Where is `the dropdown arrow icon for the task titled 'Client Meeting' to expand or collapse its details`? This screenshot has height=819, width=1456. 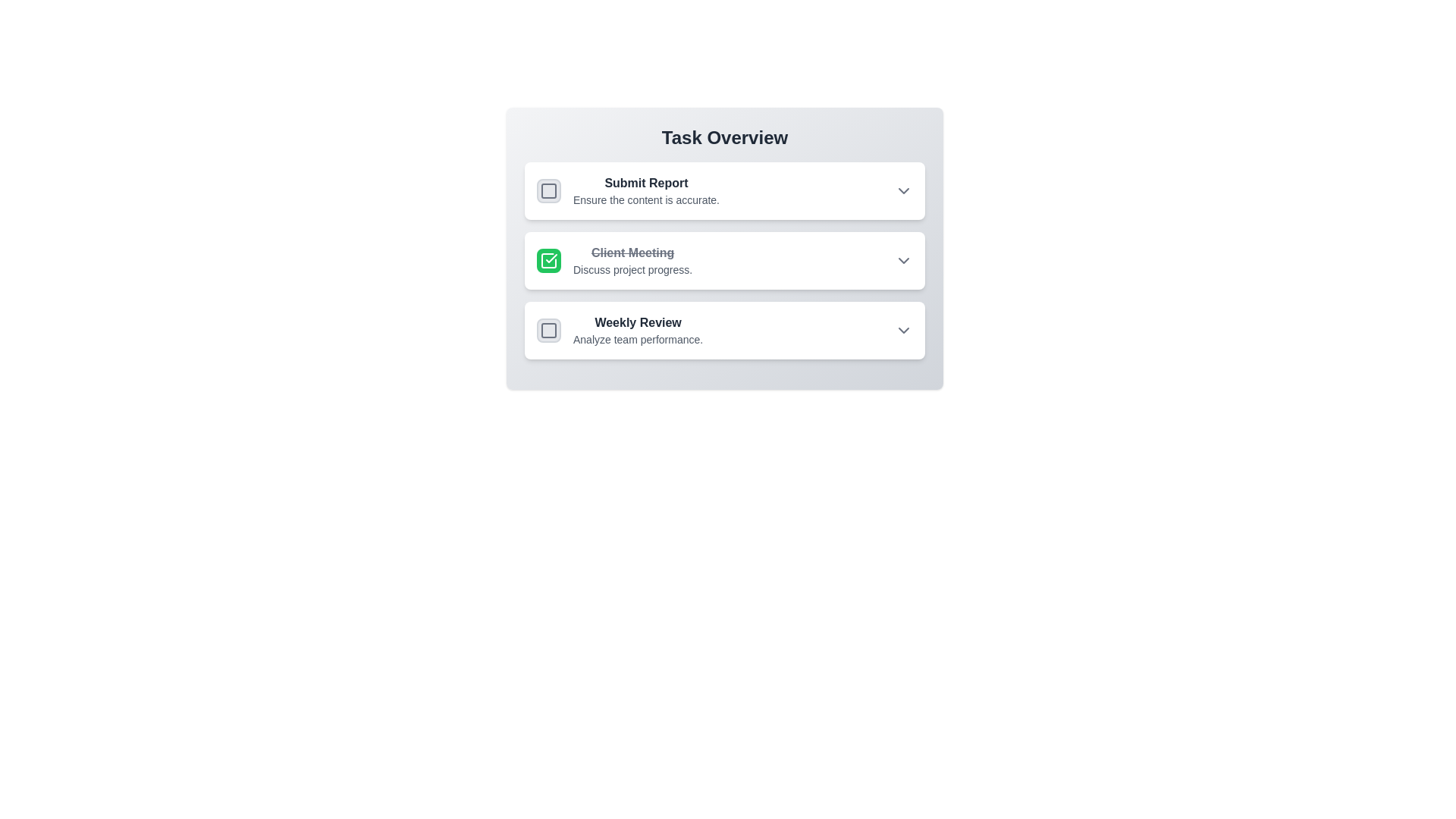
the dropdown arrow icon for the task titled 'Client Meeting' to expand or collapse its details is located at coordinates (903, 259).